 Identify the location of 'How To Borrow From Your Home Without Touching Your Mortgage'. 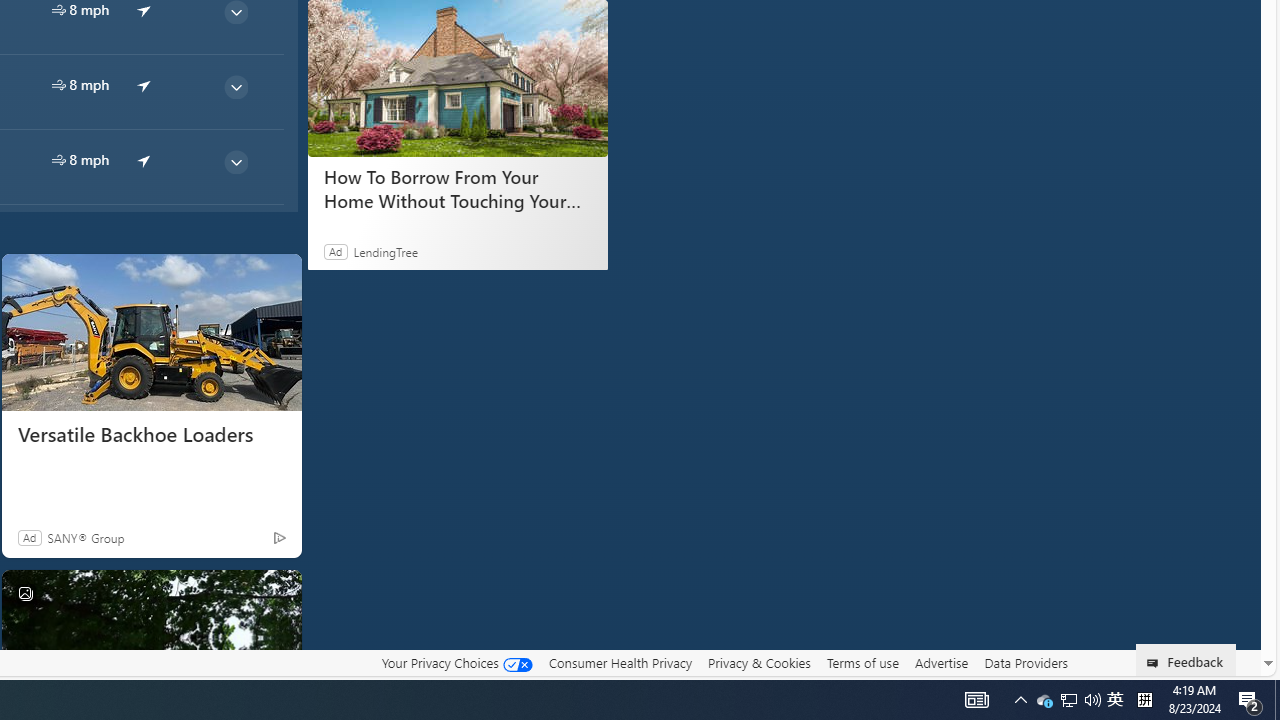
(456, 77).